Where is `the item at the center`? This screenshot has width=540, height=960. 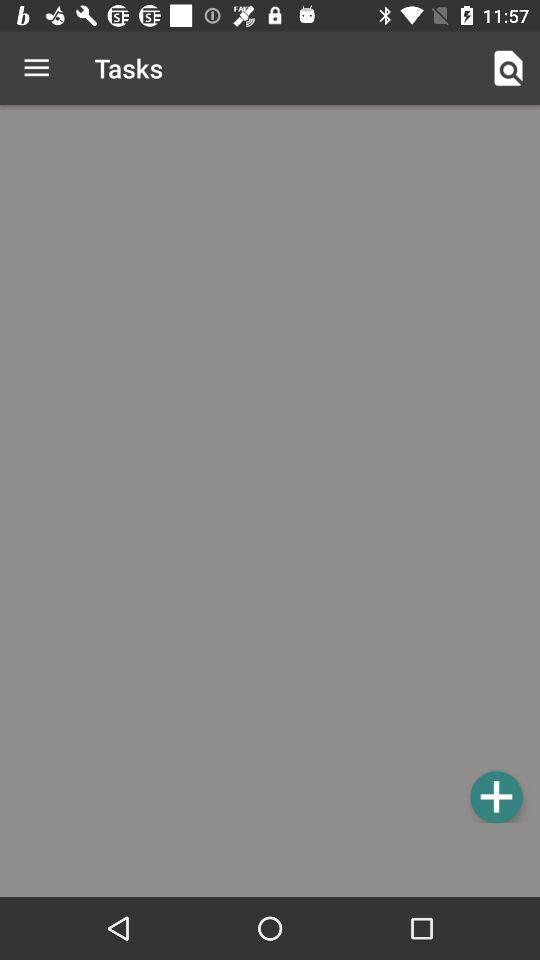 the item at the center is located at coordinates (270, 467).